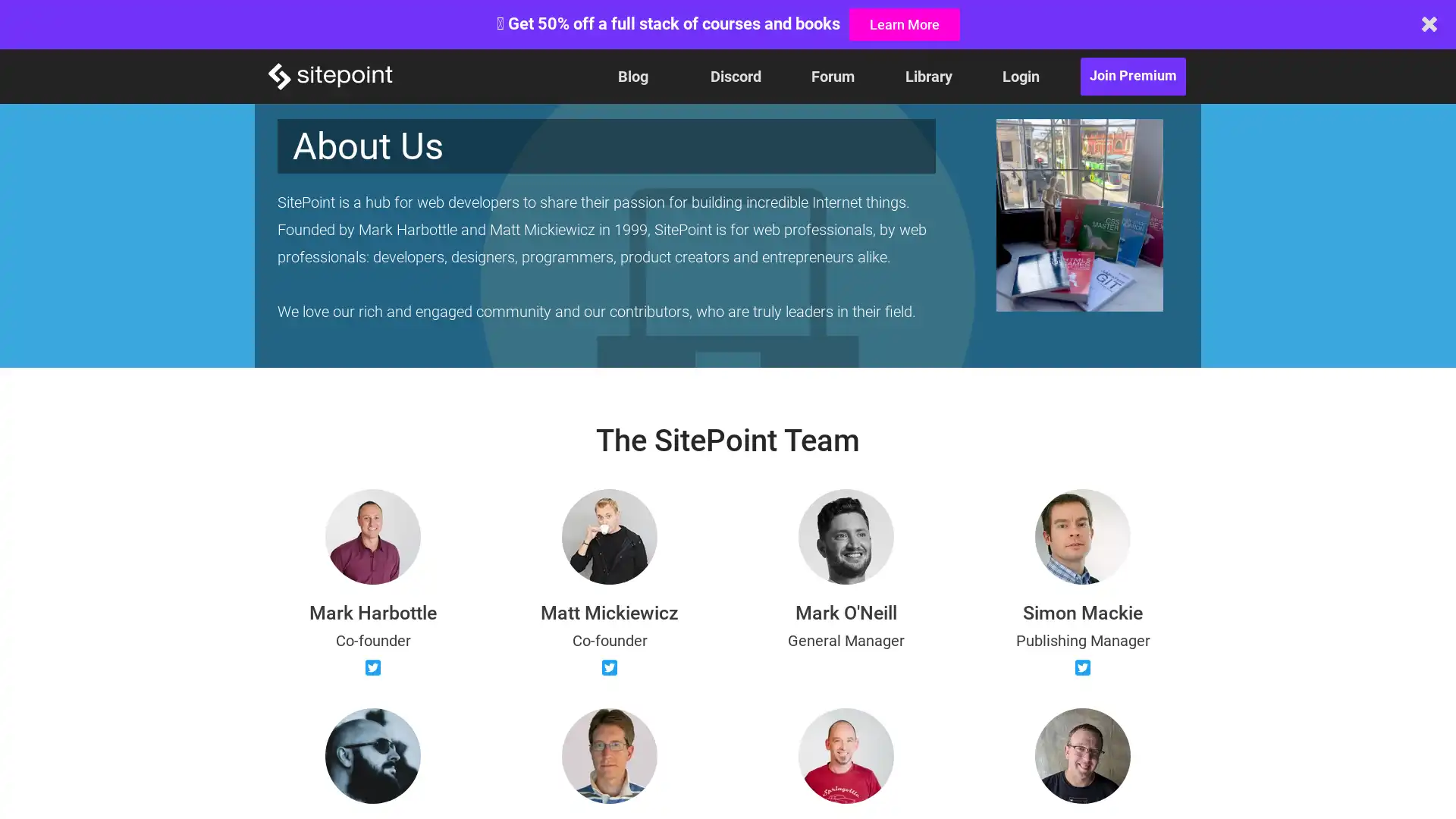 This screenshot has height=819, width=1456. I want to click on Aria Close Button, so click(1429, 24).